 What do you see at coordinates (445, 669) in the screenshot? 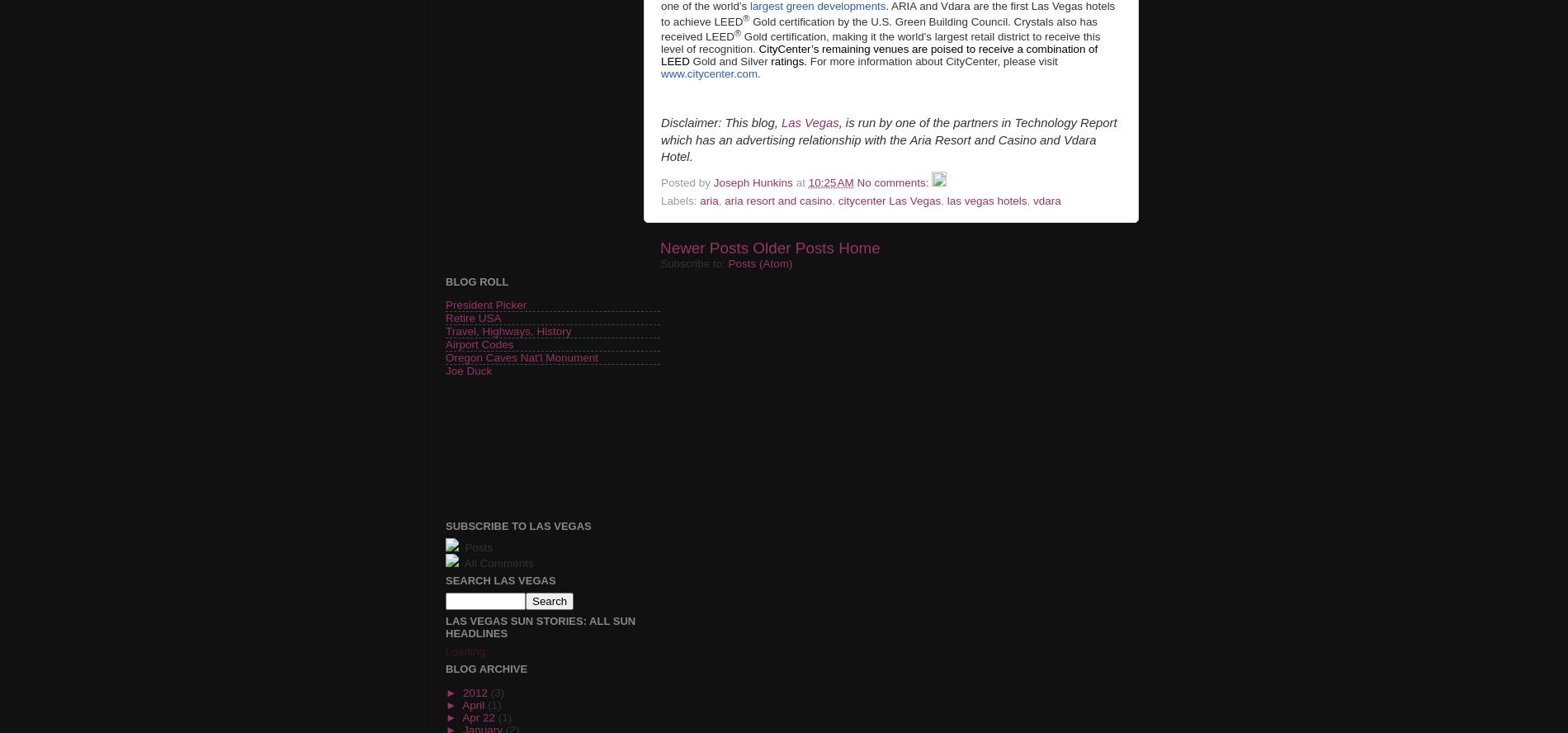
I see `'Blog Archive'` at bounding box center [445, 669].